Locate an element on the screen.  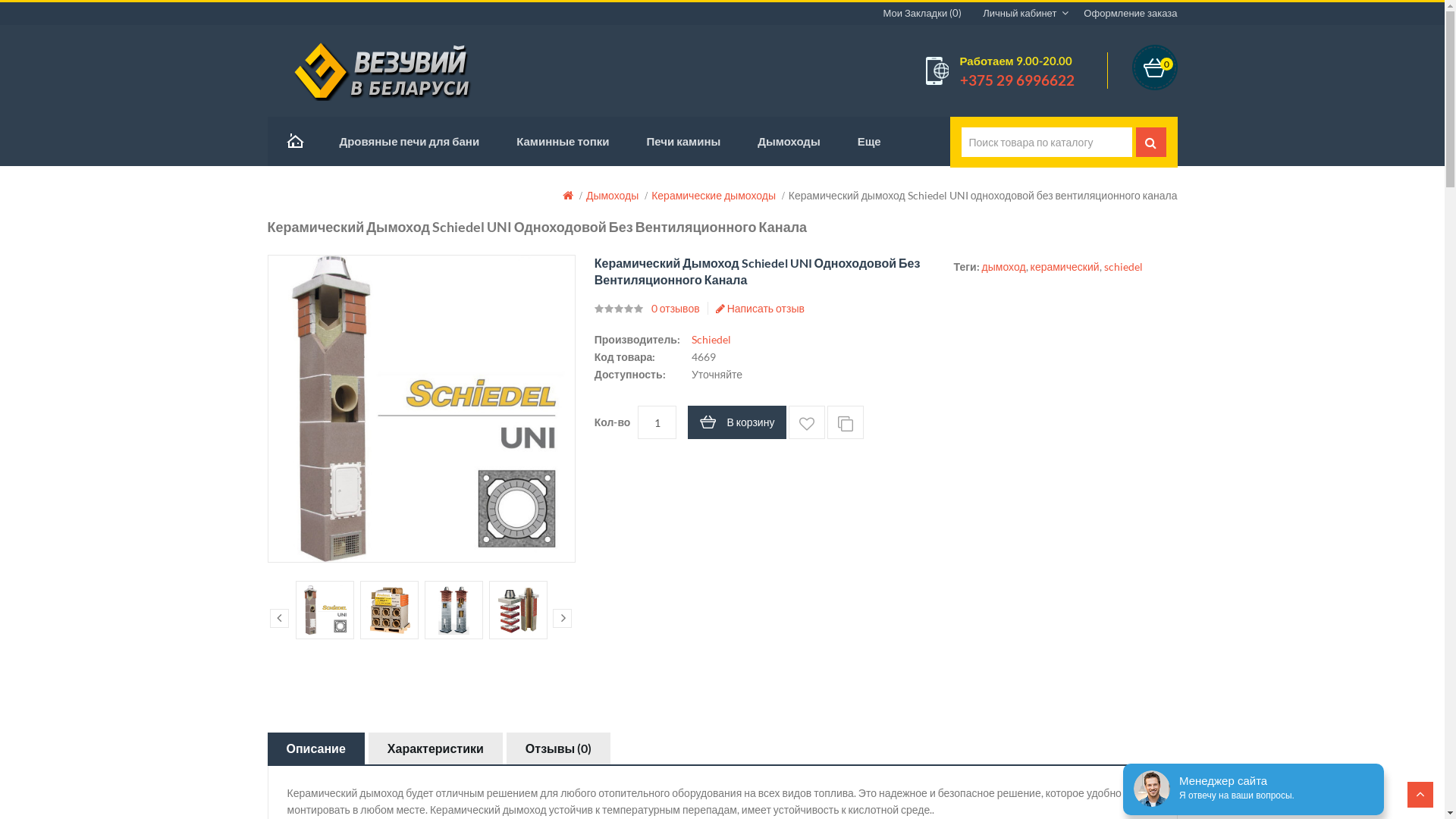
'+375 29 6996622' is located at coordinates (1017, 80).